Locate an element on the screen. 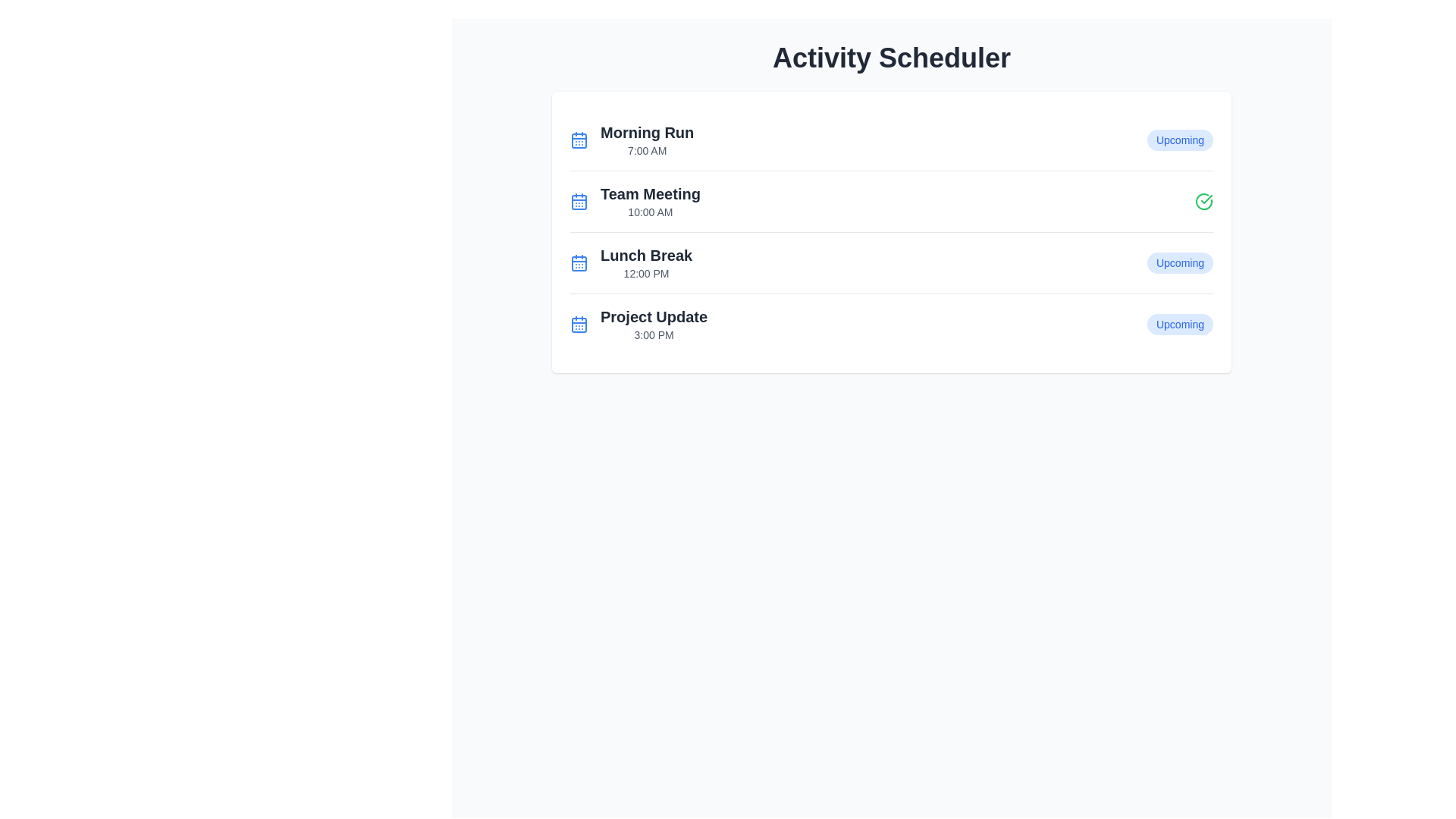  the primary title text in the fourth row of the scheduled activities list, which represents an event or task is located at coordinates (654, 315).